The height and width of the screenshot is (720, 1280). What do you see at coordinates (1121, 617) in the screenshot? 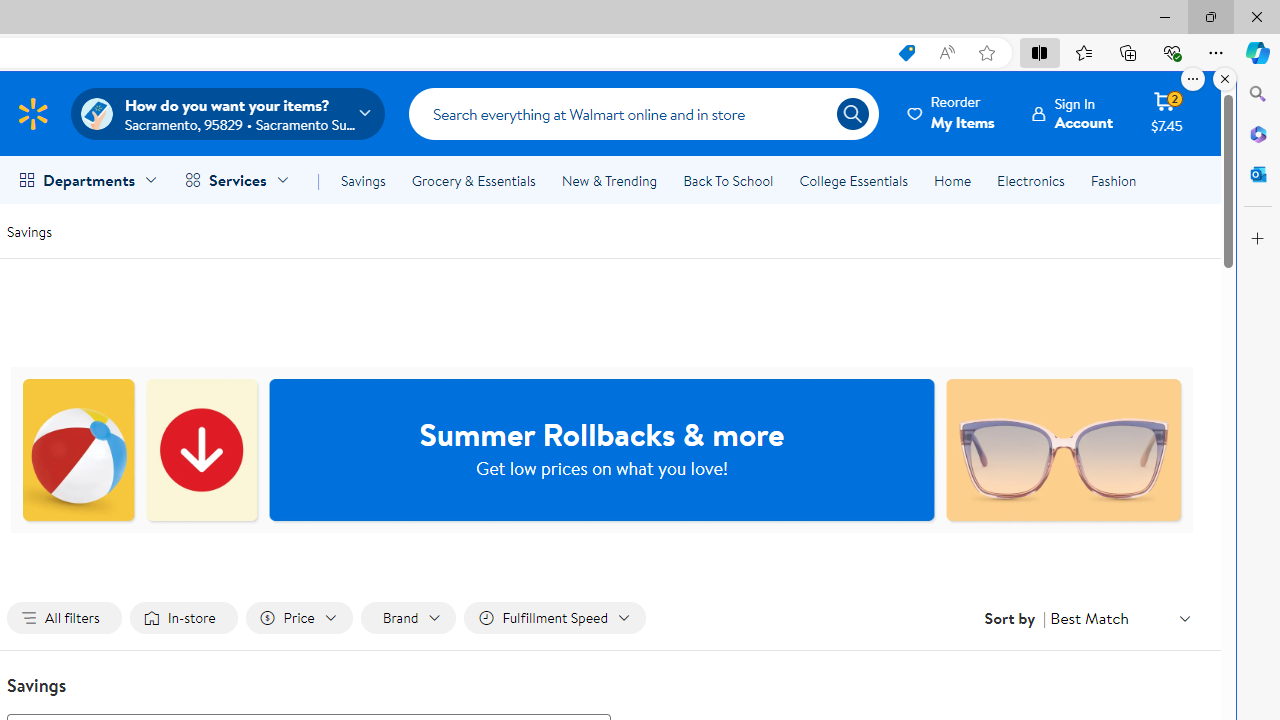
I see `'Sort by Best Match'` at bounding box center [1121, 617].